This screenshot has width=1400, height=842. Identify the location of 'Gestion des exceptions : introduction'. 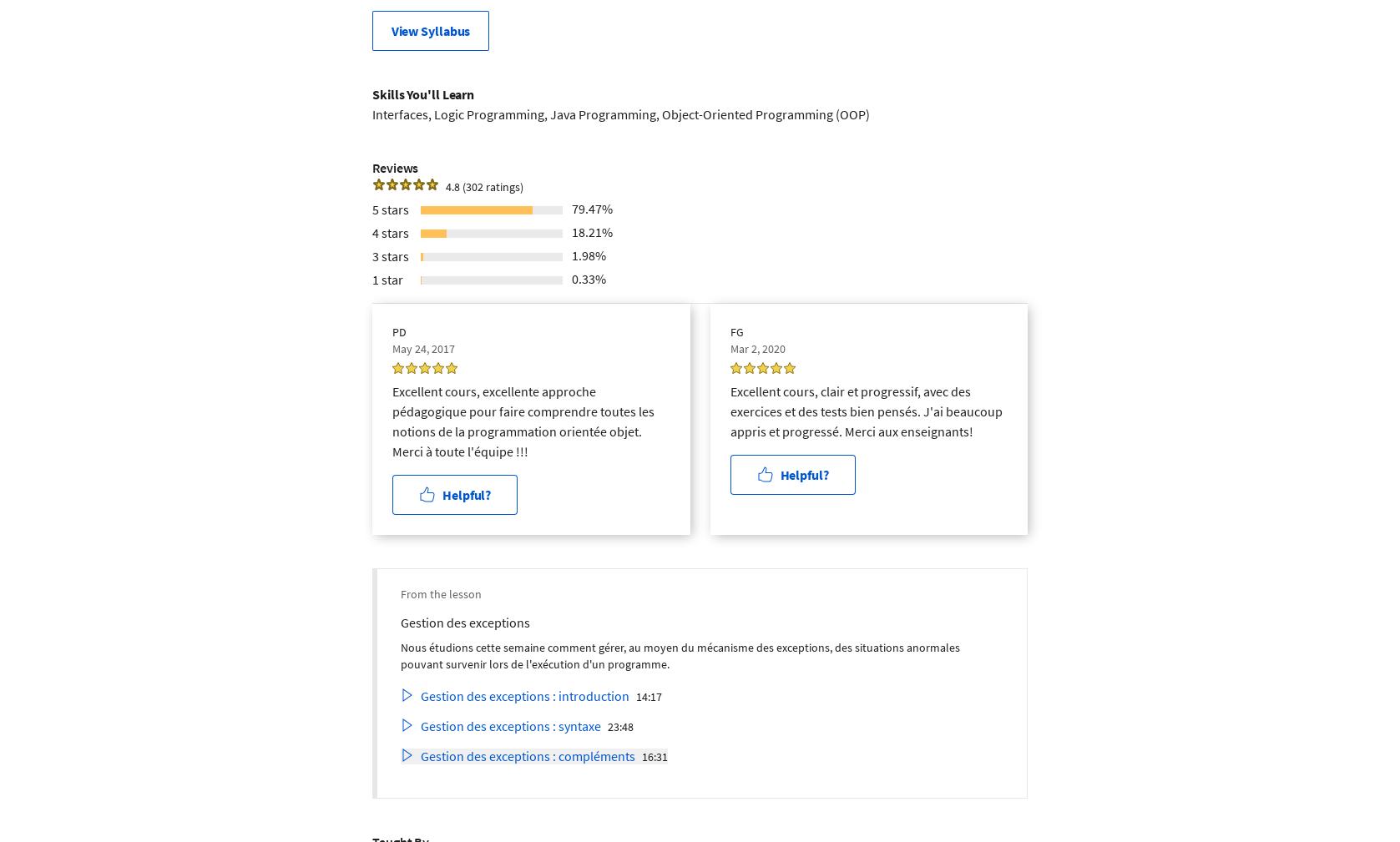
(525, 695).